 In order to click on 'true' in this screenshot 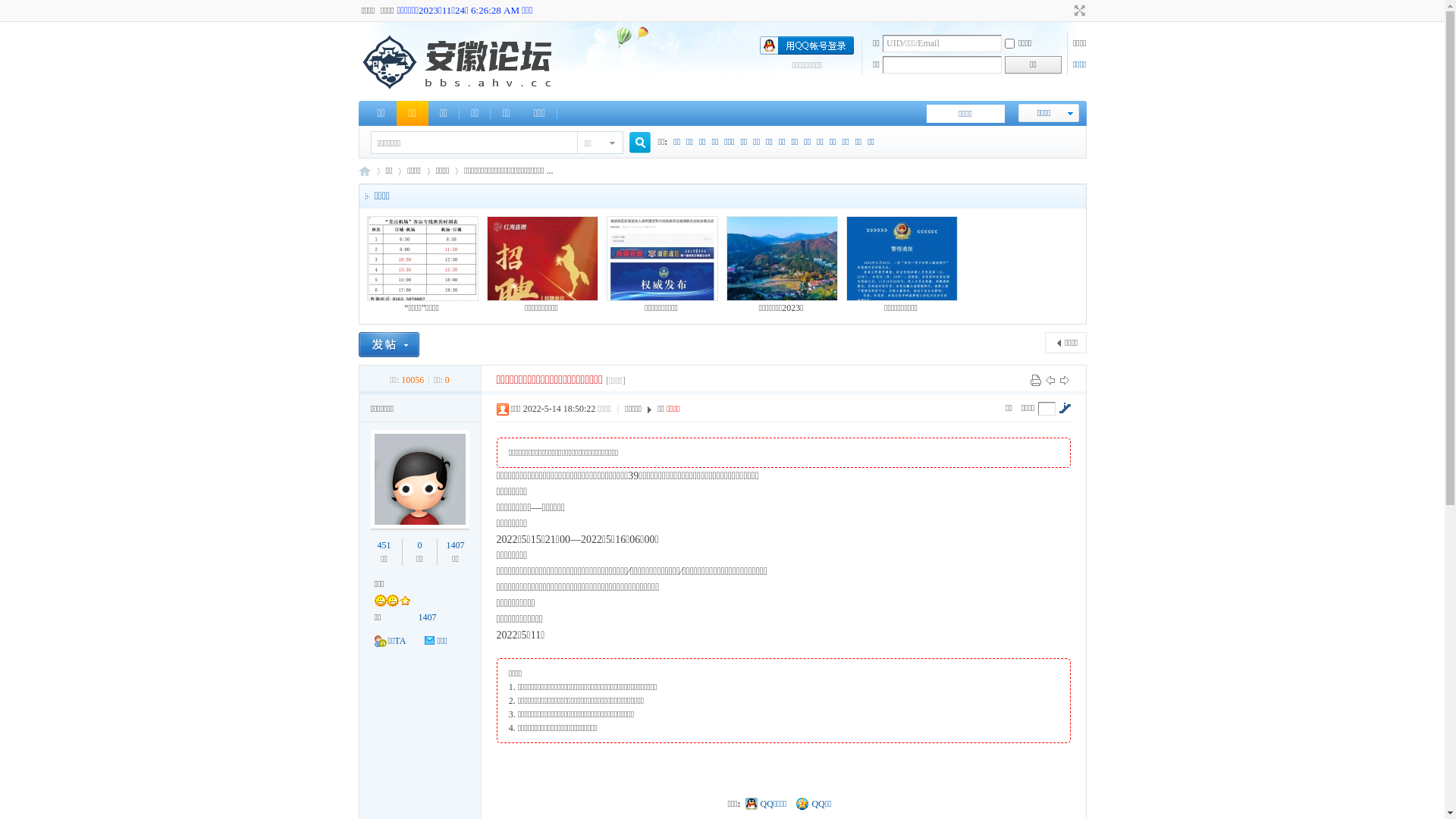, I will do `click(634, 143)`.